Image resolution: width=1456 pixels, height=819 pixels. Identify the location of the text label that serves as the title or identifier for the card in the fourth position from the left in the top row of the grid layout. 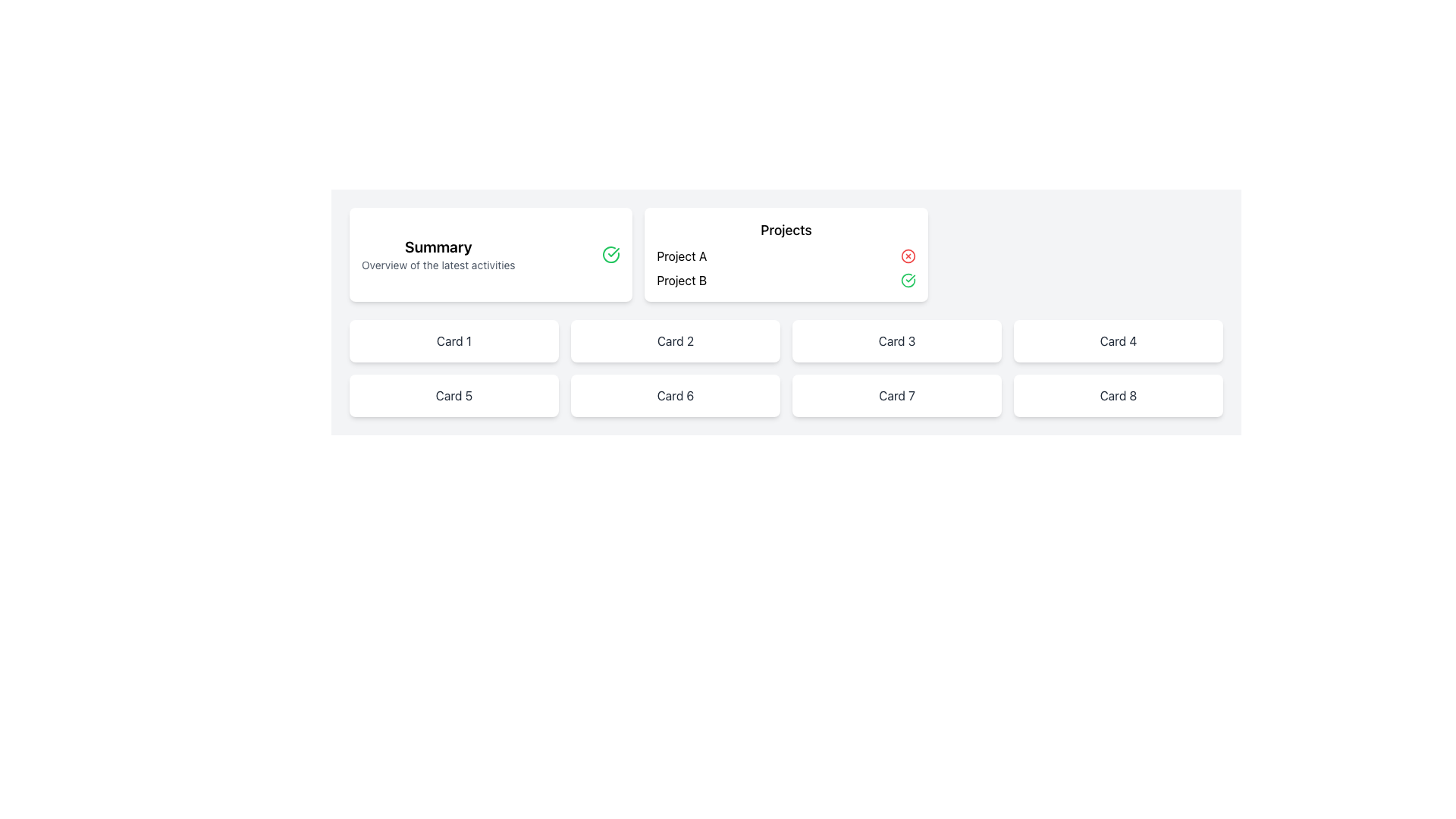
(1118, 341).